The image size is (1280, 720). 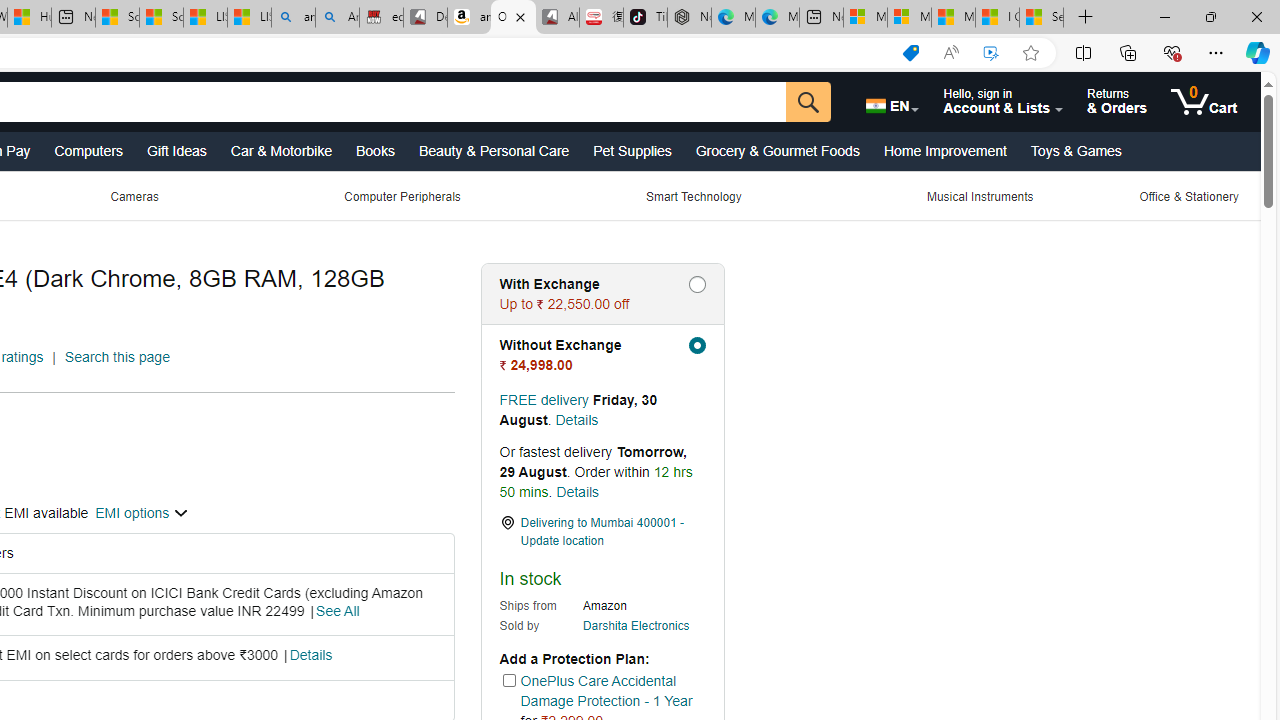 I want to click on 'Shopping in Microsoft Edge', so click(x=909, y=52).